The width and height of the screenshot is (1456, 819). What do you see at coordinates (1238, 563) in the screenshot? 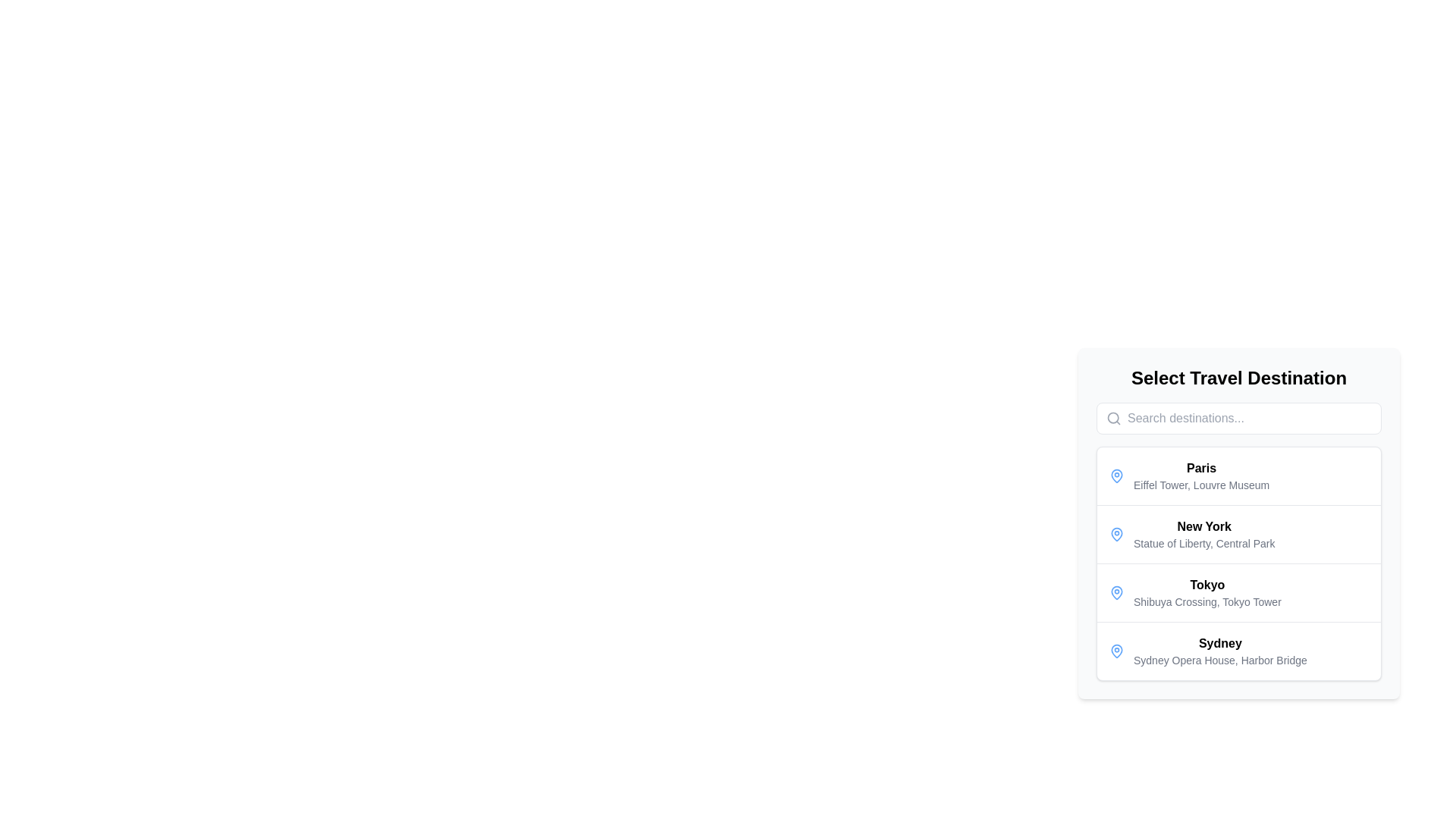
I see `the second list item representing the travel destination 'New York'` at bounding box center [1238, 563].